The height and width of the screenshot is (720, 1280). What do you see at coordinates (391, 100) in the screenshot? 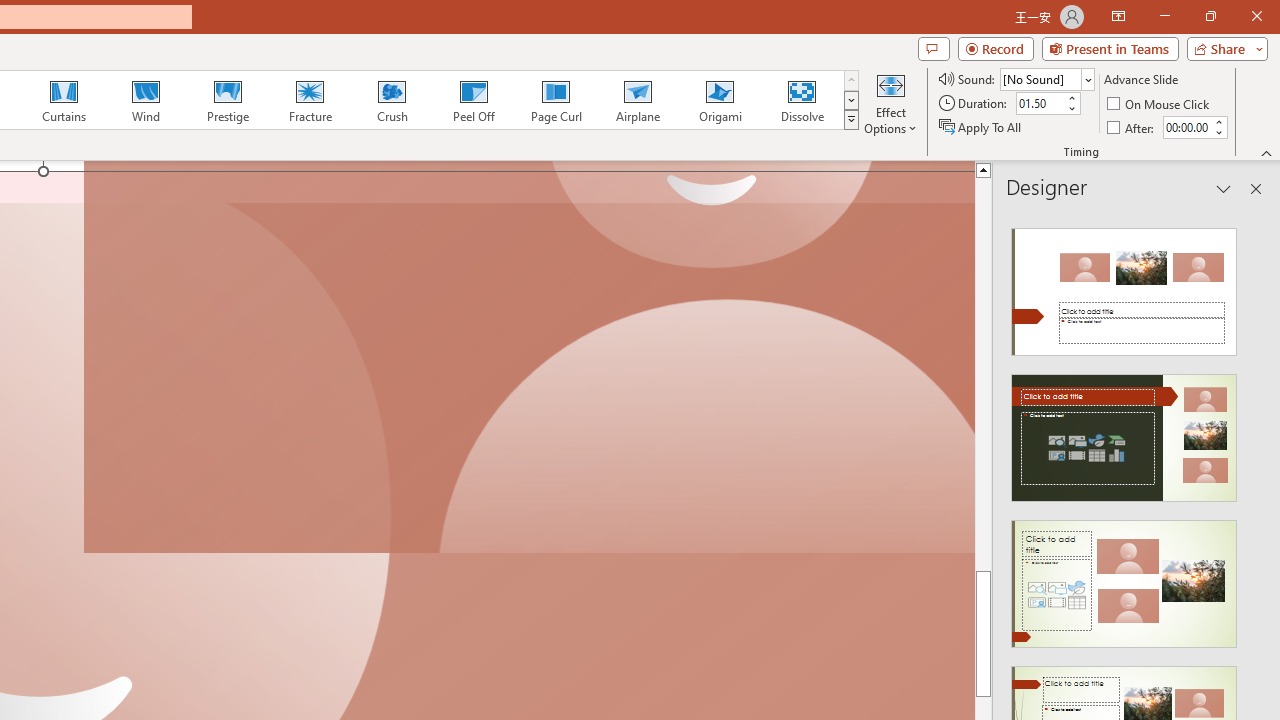
I see `'Crush'` at bounding box center [391, 100].